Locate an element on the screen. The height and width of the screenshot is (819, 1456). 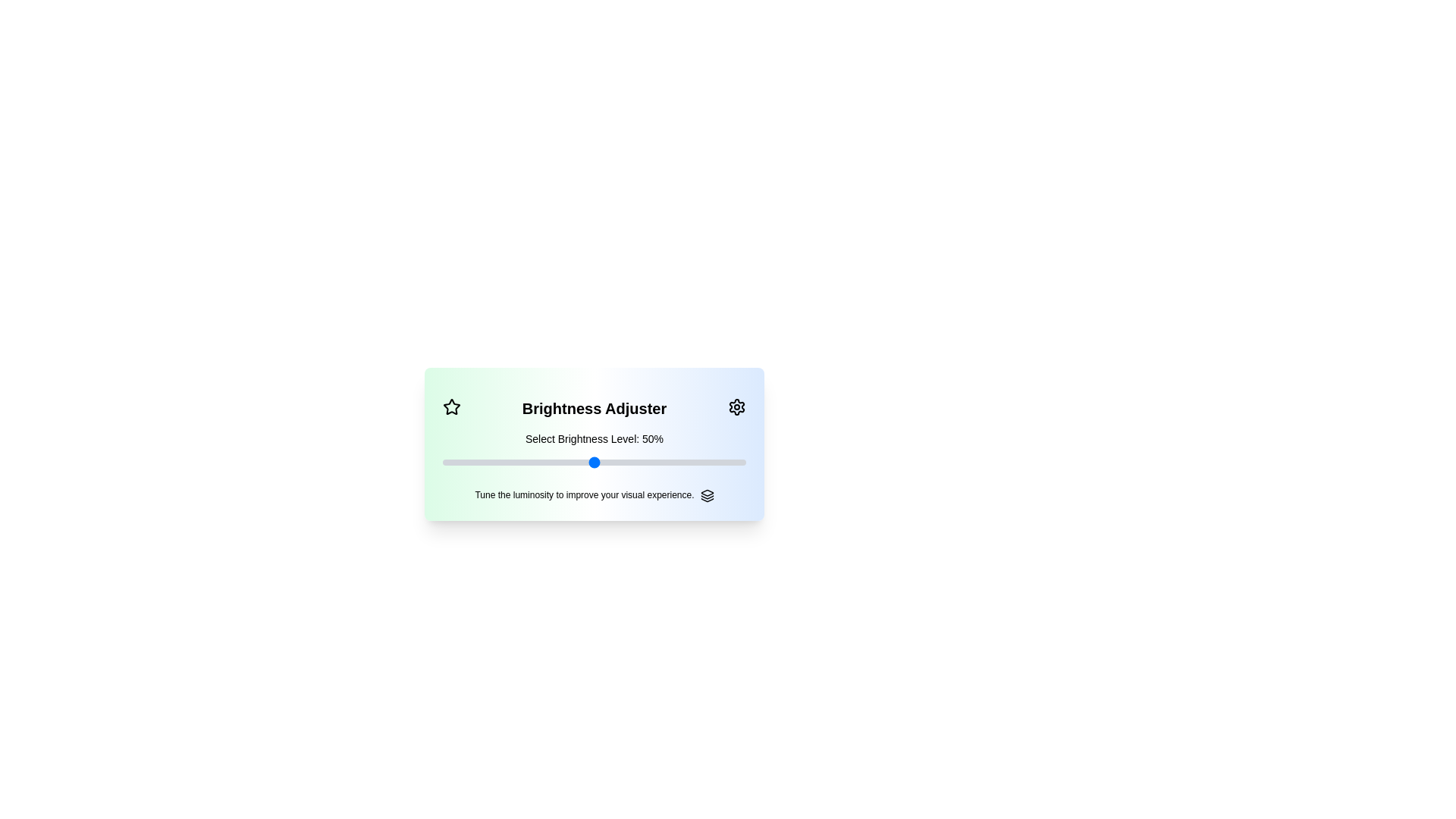
the settings icon is located at coordinates (736, 406).